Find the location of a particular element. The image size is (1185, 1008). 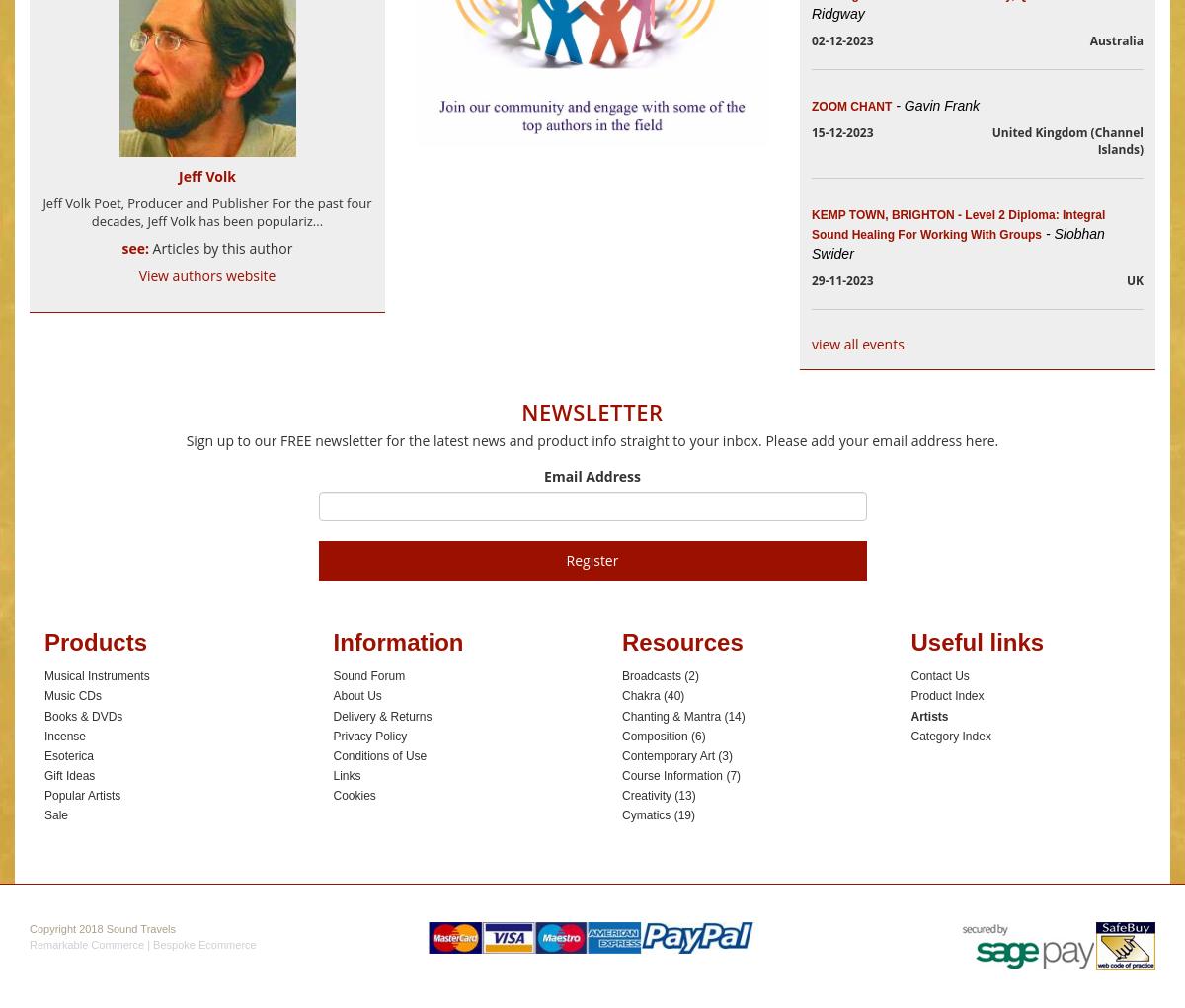

'Gift Ideas' is located at coordinates (69, 775).